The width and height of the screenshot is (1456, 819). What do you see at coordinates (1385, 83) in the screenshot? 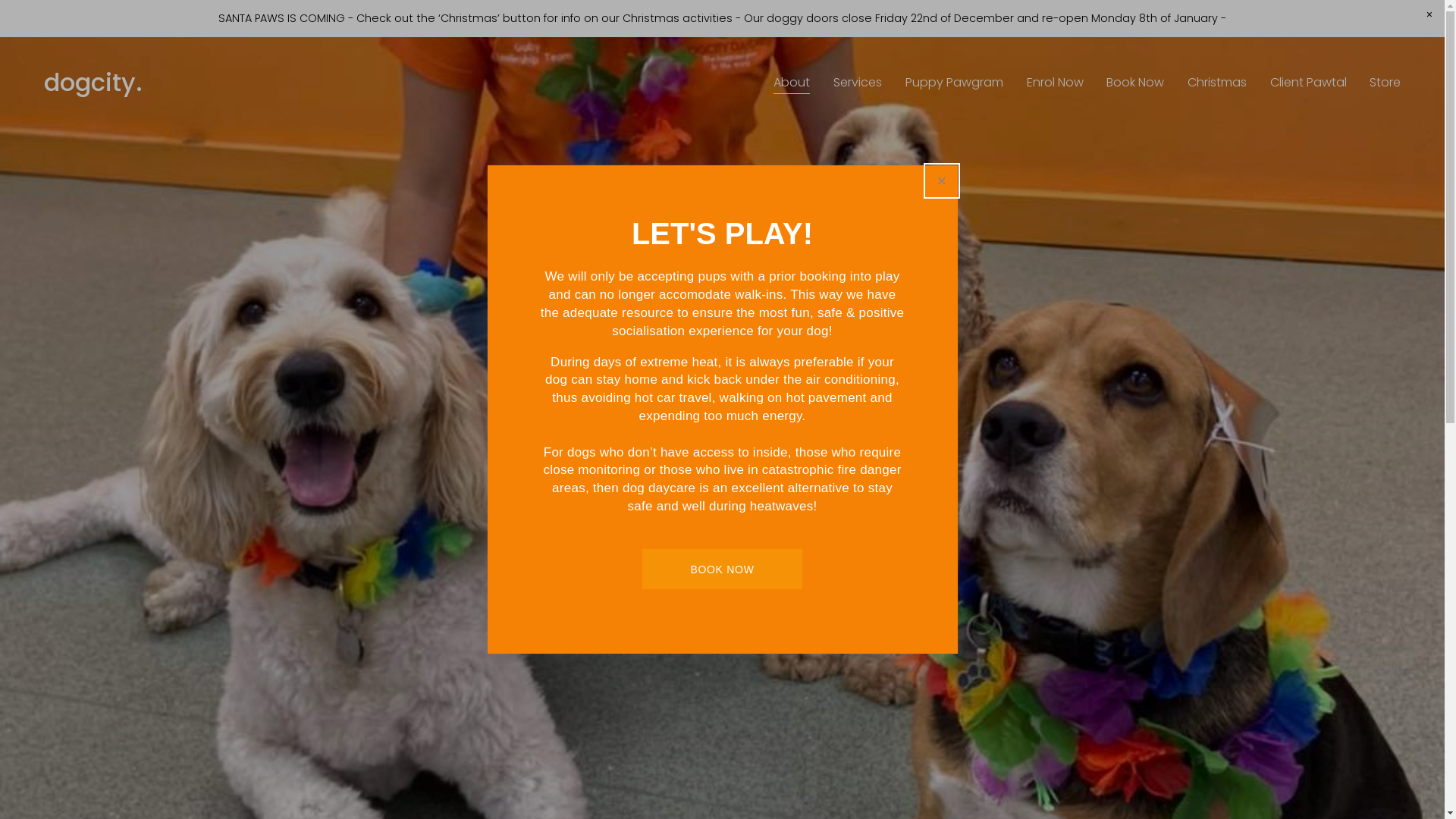
I see `'Store'` at bounding box center [1385, 83].